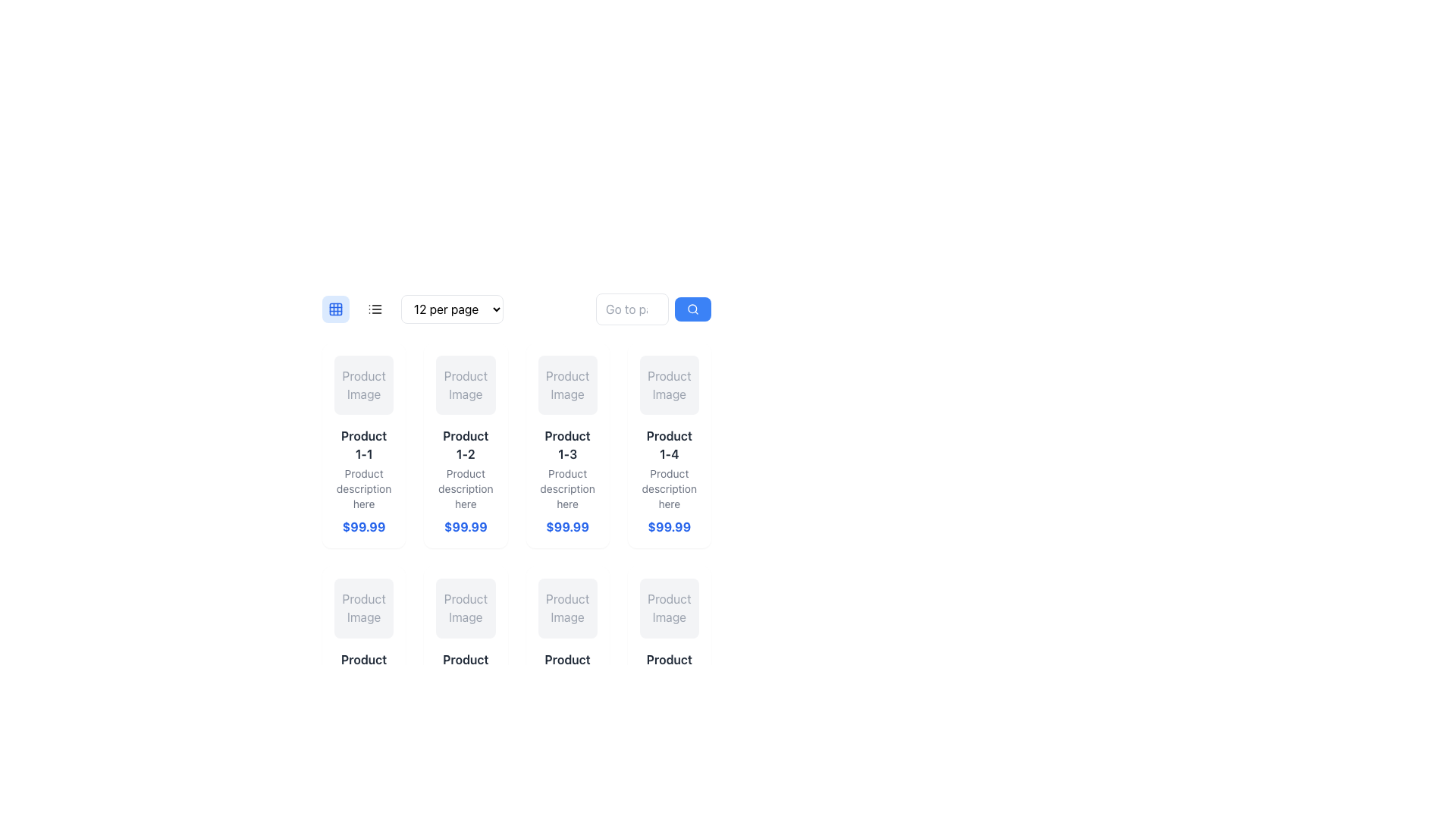  What do you see at coordinates (516, 460) in the screenshot?
I see `on the third product card labeled 'Product 1-3'` at bounding box center [516, 460].